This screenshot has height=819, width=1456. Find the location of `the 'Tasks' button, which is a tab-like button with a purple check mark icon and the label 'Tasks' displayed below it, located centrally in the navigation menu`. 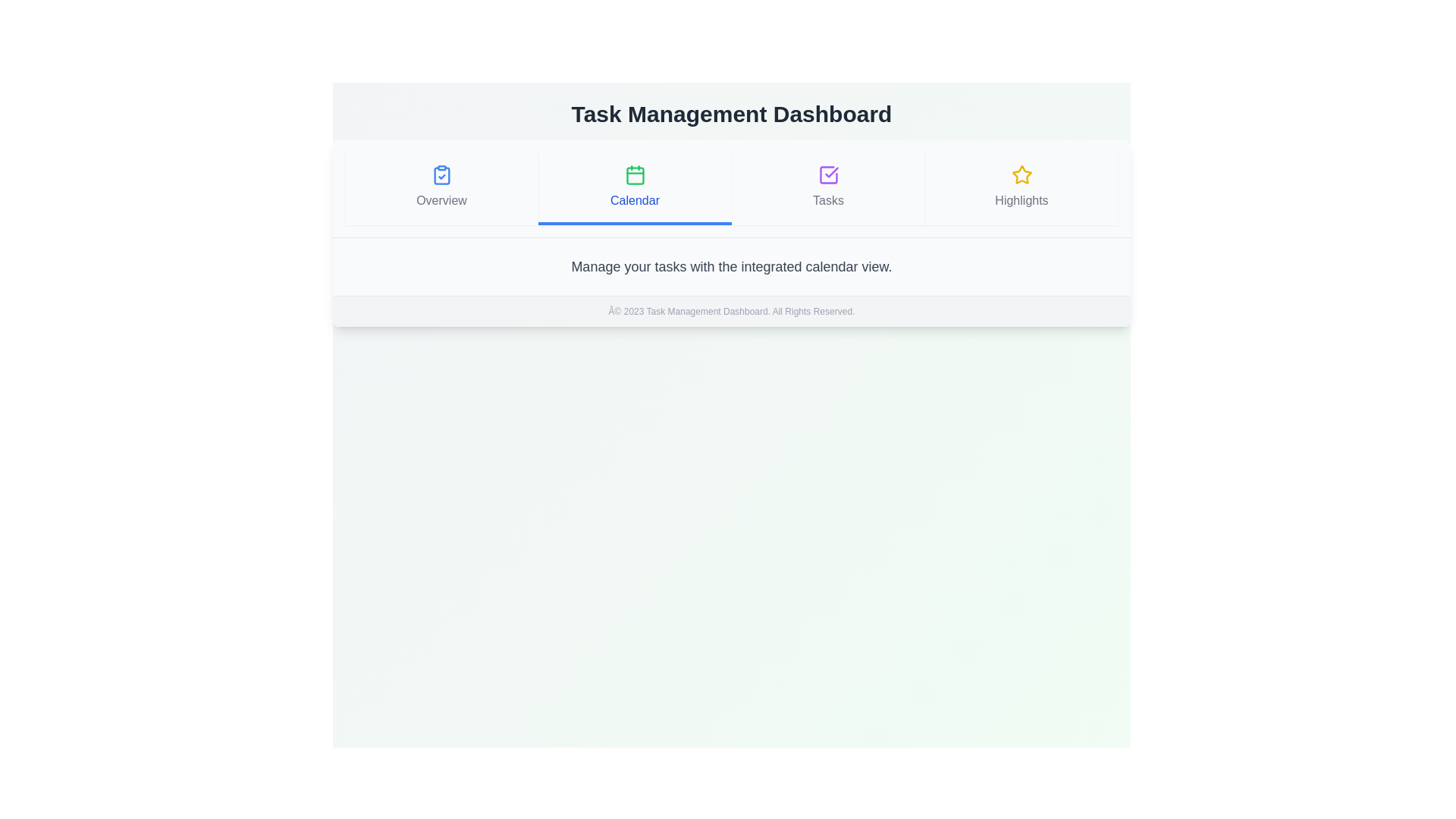

the 'Tasks' button, which is a tab-like button with a purple check mark icon and the label 'Tasks' displayed below it, located centrally in the navigation menu is located at coordinates (827, 188).